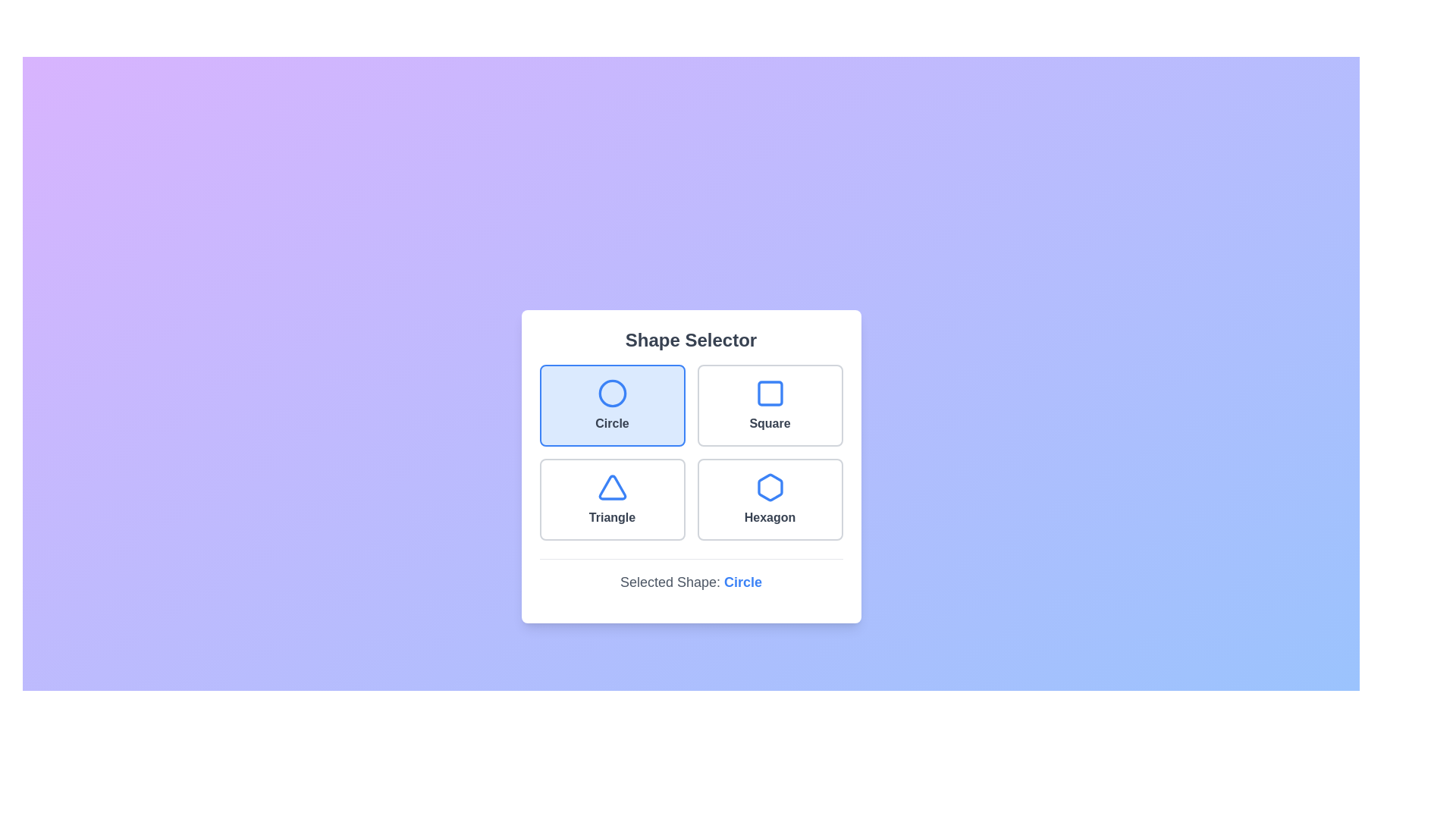 Image resolution: width=1456 pixels, height=819 pixels. What do you see at coordinates (612, 404) in the screenshot?
I see `the shape button corresponding to Circle` at bounding box center [612, 404].